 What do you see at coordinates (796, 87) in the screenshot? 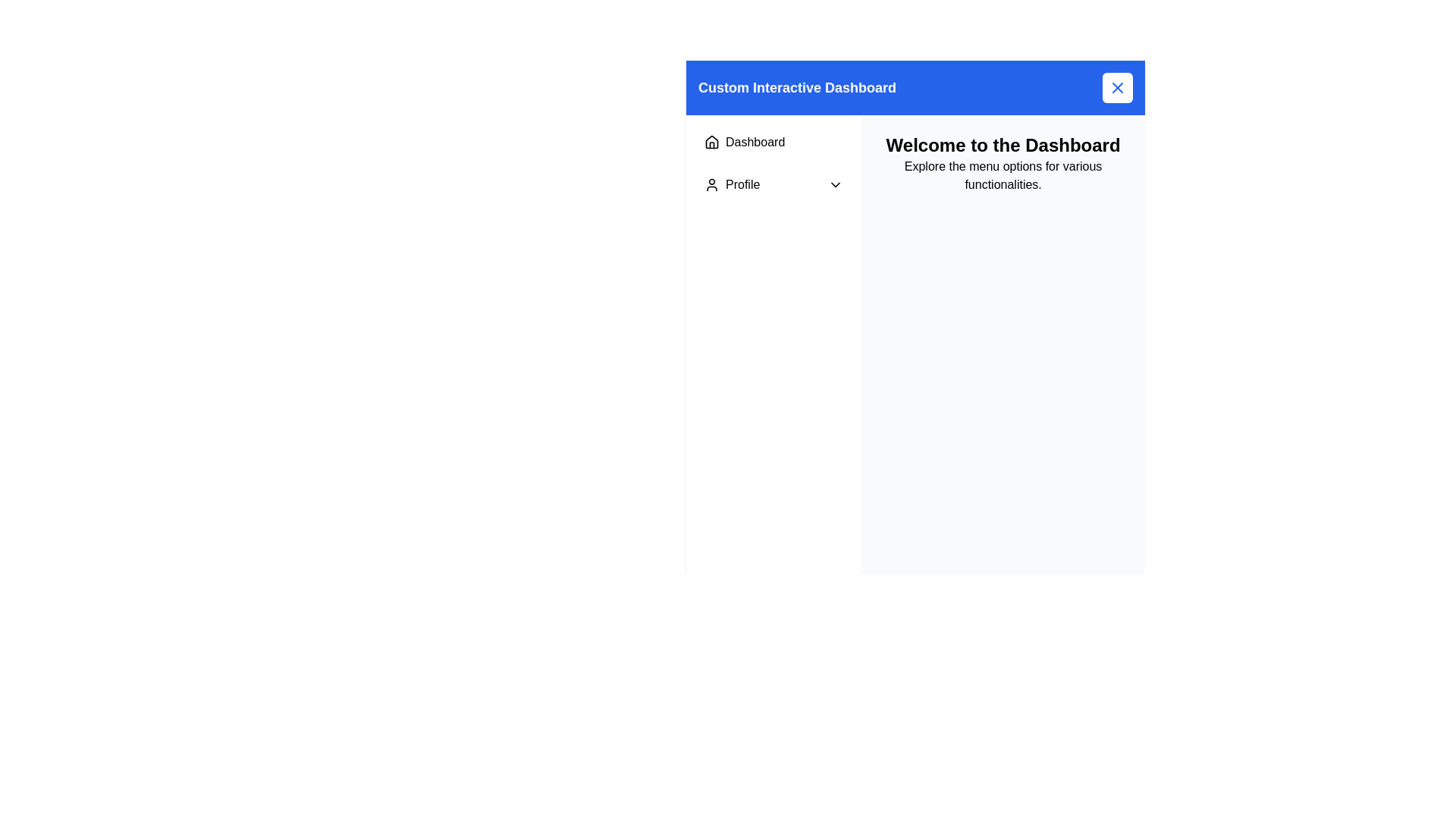
I see `the static text label displaying the title 'Custom Interactive Dashboard' located on the blue background bar at the top of the interface` at bounding box center [796, 87].